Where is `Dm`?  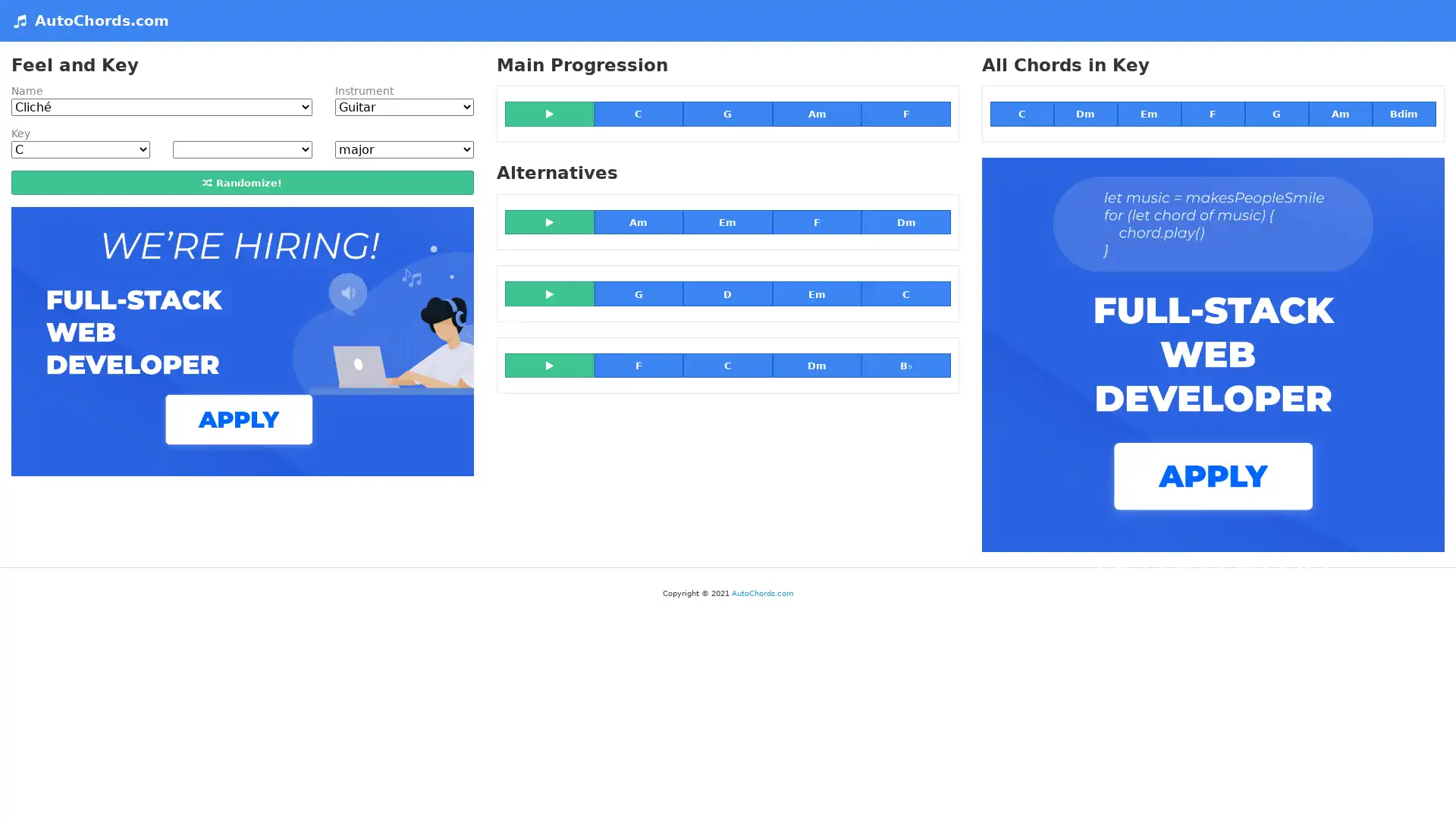
Dm is located at coordinates (1084, 113).